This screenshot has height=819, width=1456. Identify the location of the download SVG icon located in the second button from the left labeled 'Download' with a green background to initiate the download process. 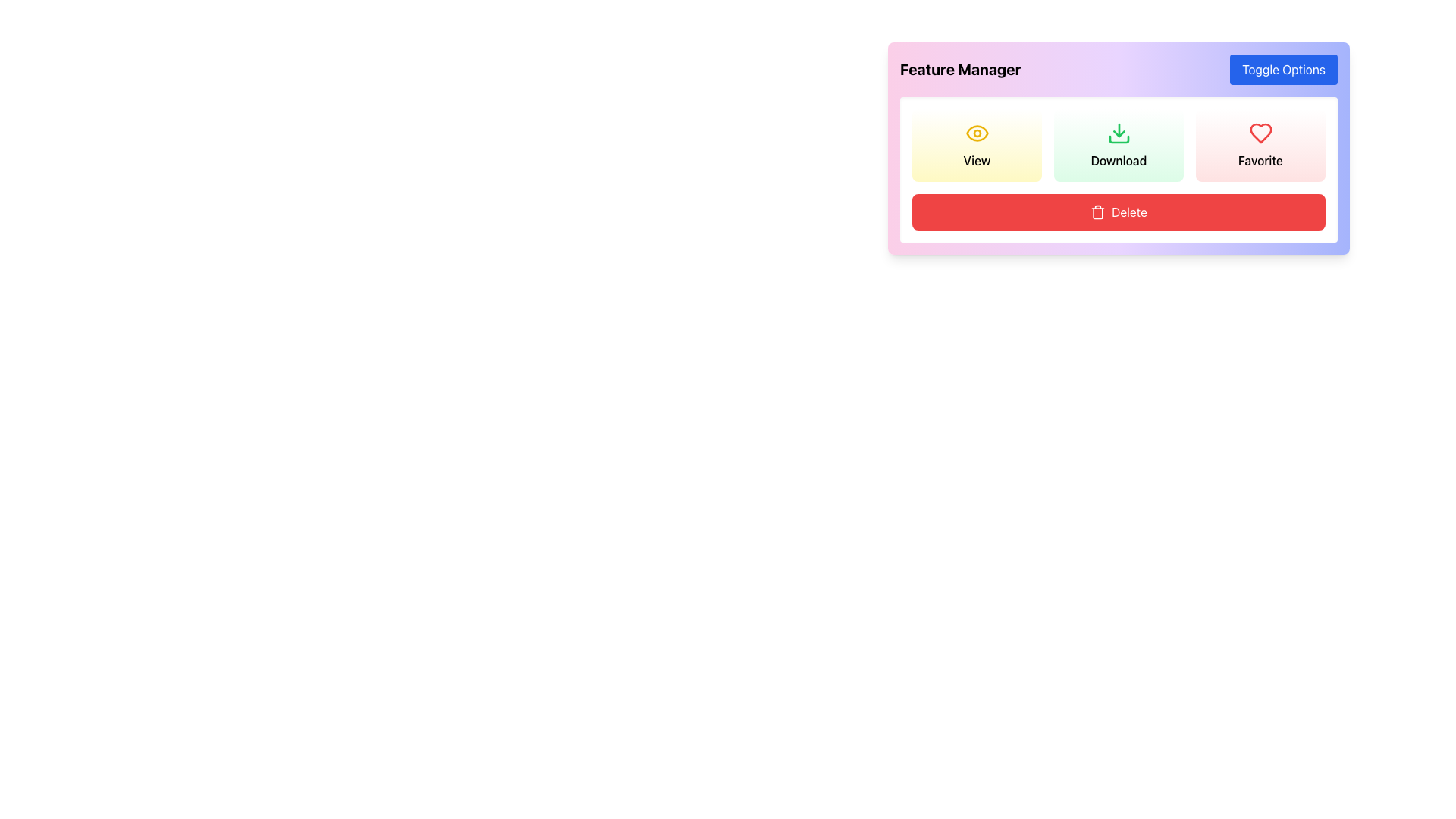
(1119, 133).